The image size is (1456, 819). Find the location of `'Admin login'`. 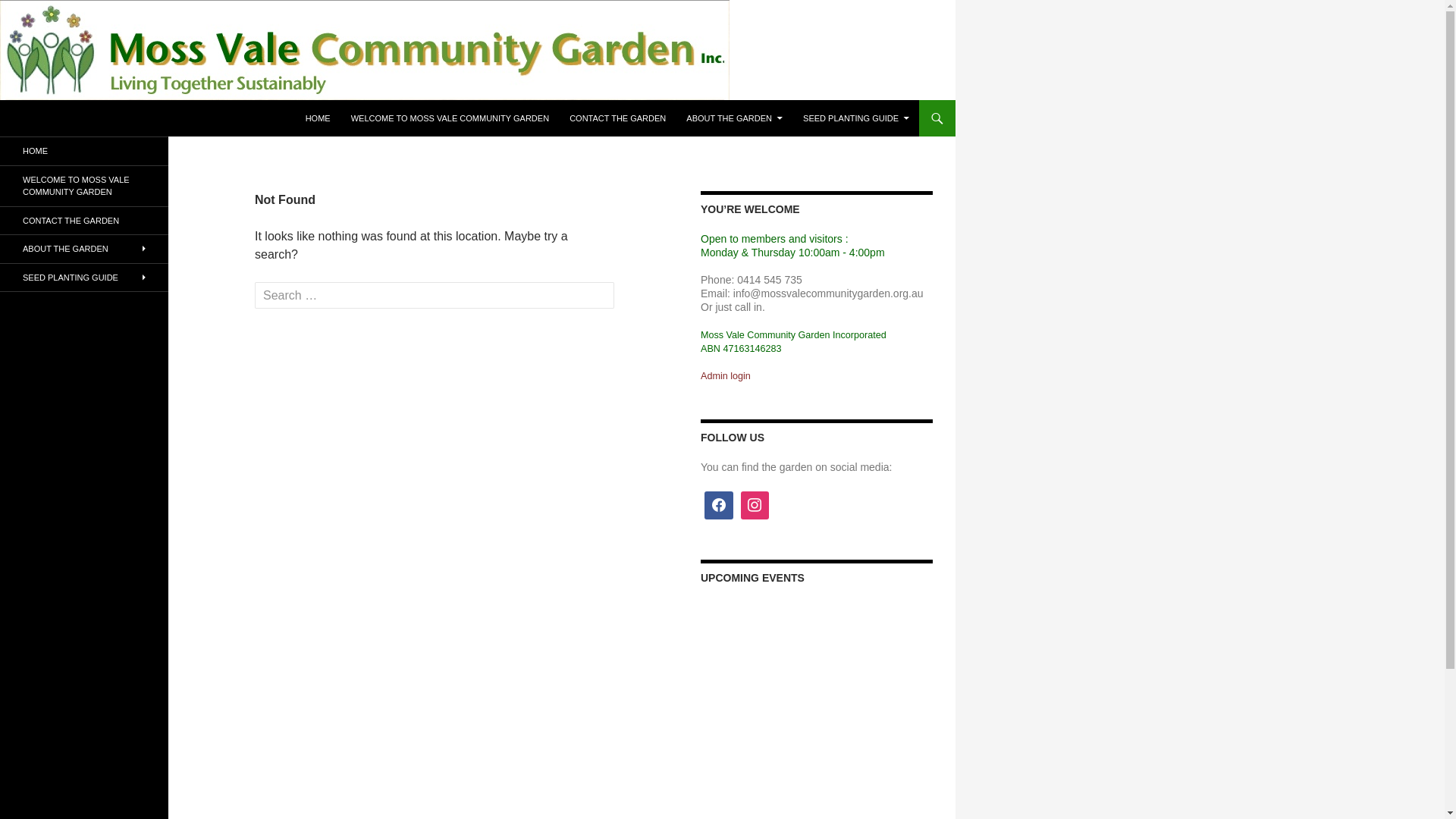

'Admin login' is located at coordinates (724, 375).